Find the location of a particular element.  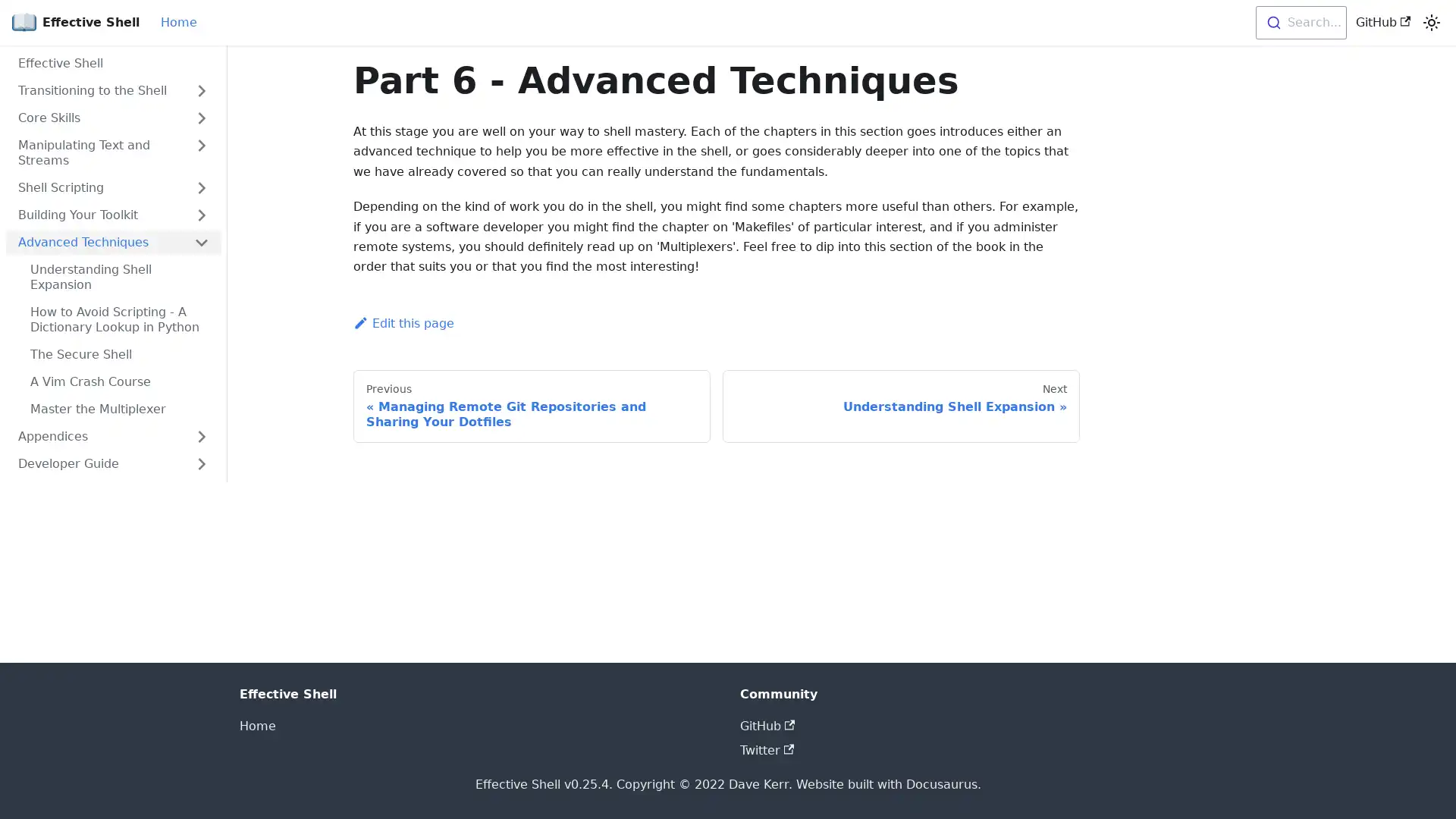

Switch between dark and light mode (currently light mode) is located at coordinates (1430, 23).